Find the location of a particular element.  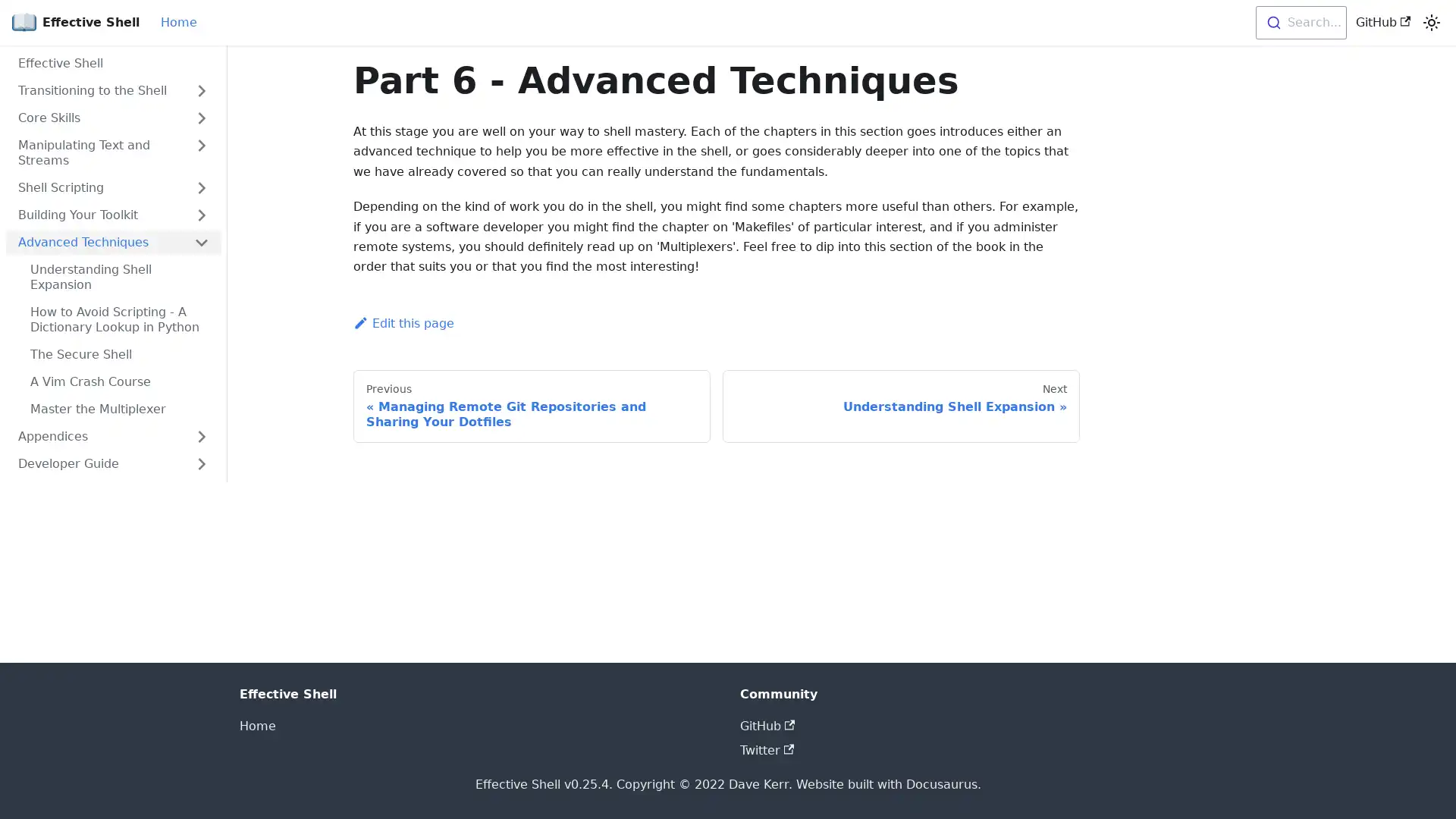

Switch between dark and light mode (currently light mode) is located at coordinates (1430, 23).